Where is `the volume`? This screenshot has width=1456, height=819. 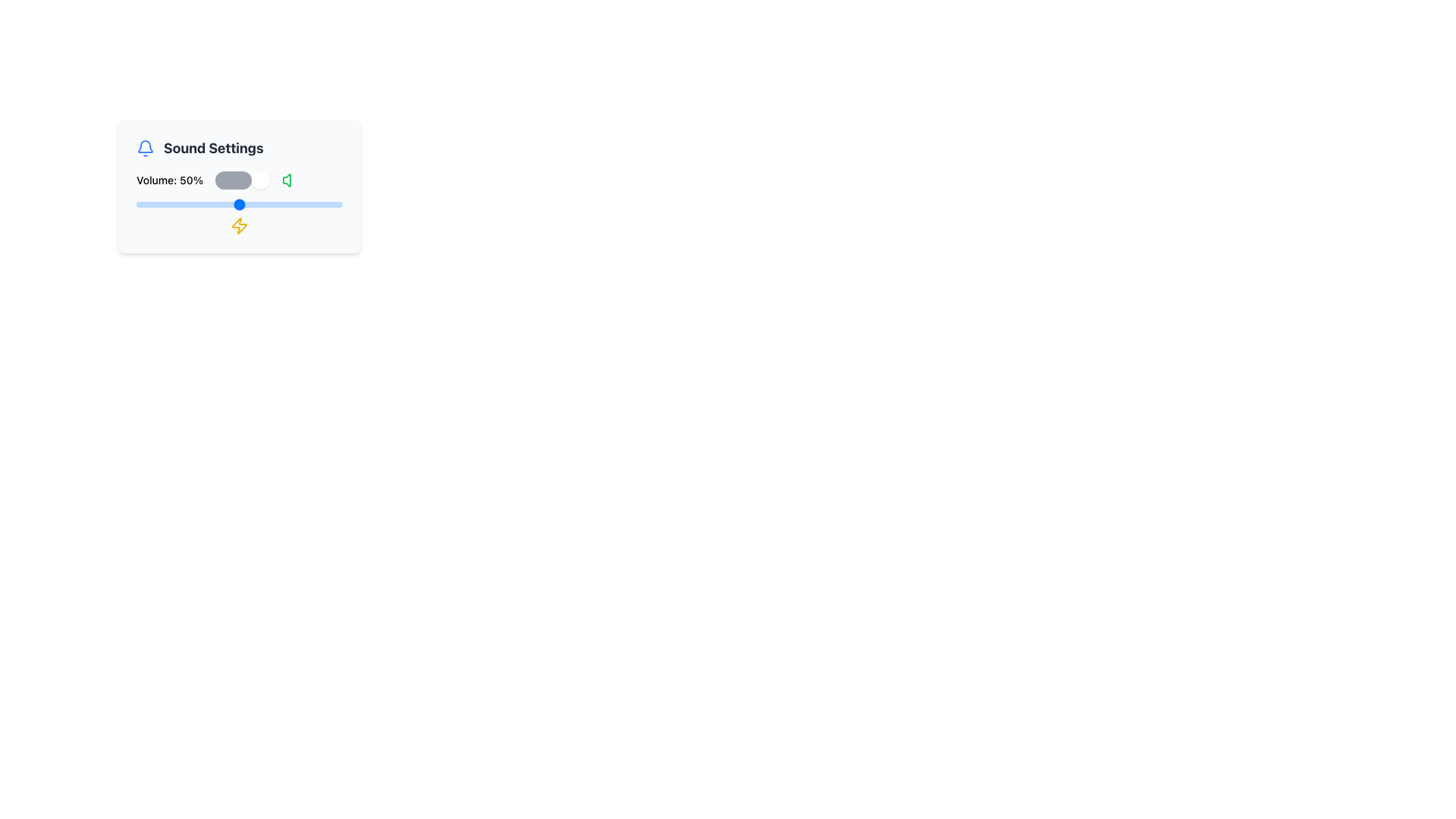 the volume is located at coordinates (258, 205).